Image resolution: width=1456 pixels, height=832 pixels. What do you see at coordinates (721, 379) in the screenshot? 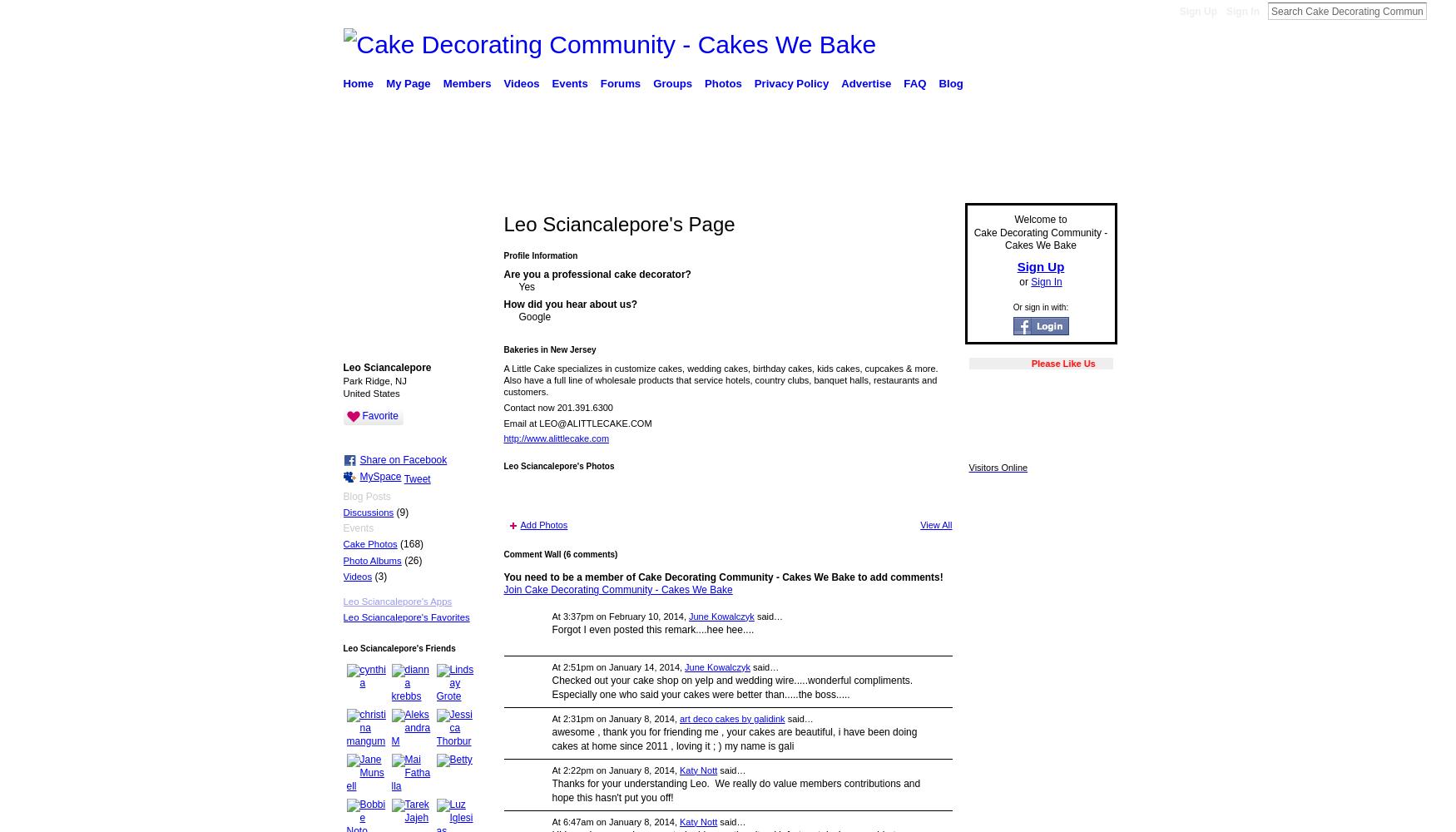
I see `'A Little Cake specializes in customize cakes, wedding cakes, birthday cakes, kids cakes, cupcakes & more. Also have a full line of wholesale products that service hotels, country clubs, banquet halls, restaurants and customers.'` at bounding box center [721, 379].